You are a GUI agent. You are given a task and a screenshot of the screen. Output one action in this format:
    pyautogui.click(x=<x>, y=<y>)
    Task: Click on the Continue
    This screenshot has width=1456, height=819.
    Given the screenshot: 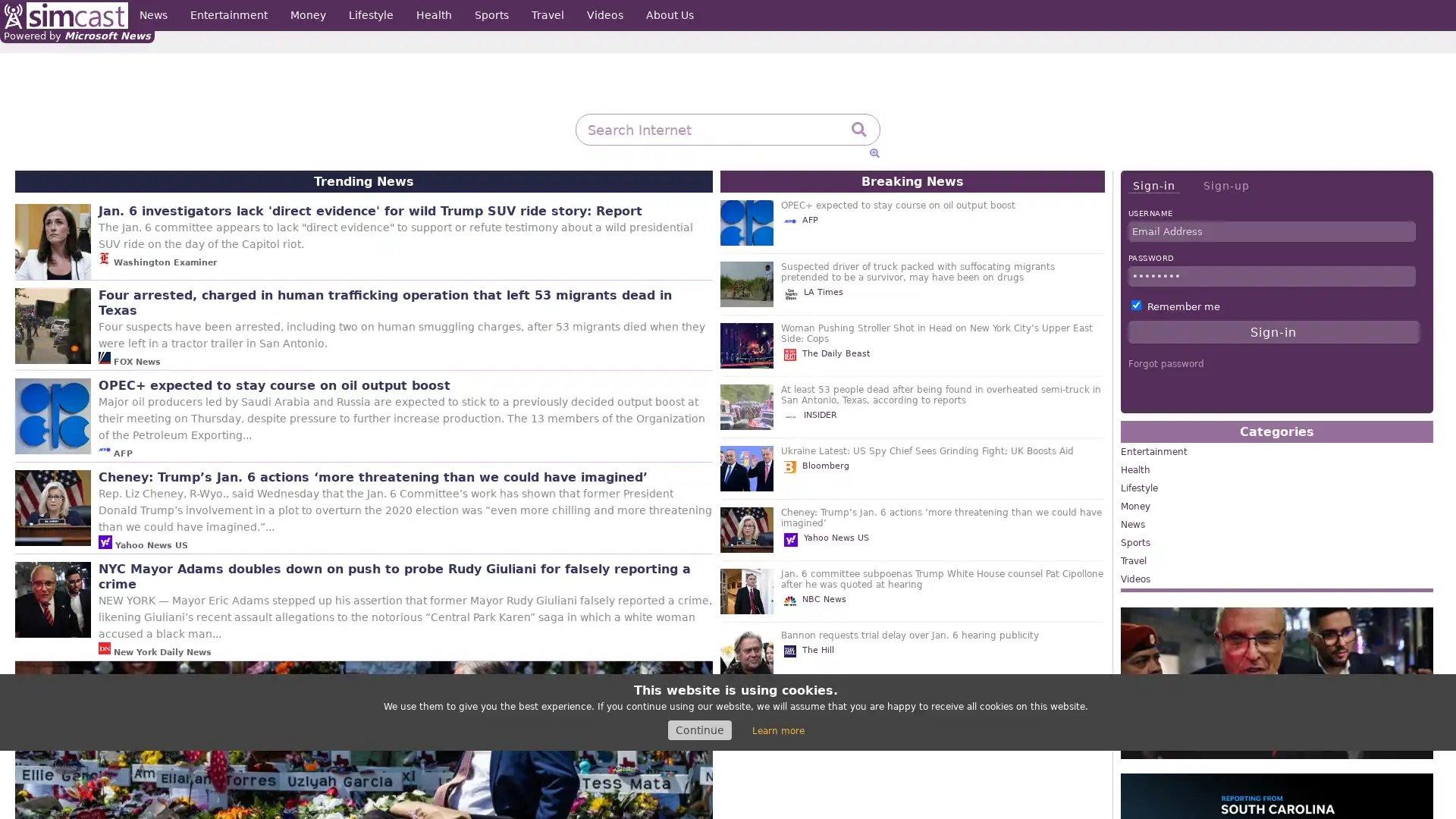 What is the action you would take?
    pyautogui.click(x=698, y=730)
    